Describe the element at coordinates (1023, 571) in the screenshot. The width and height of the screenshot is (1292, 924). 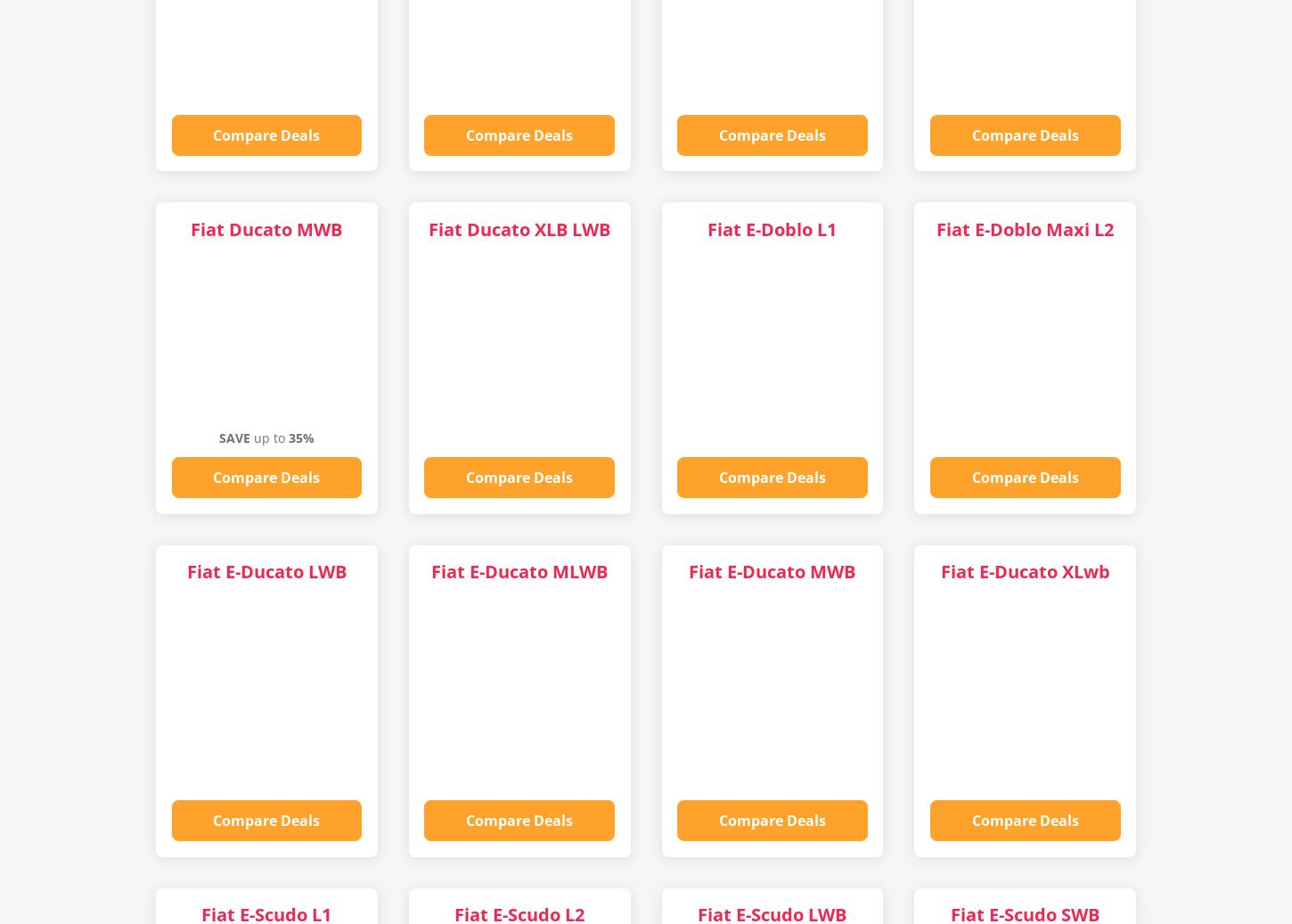
I see `'Fiat E-Ducato XLwb'` at that location.